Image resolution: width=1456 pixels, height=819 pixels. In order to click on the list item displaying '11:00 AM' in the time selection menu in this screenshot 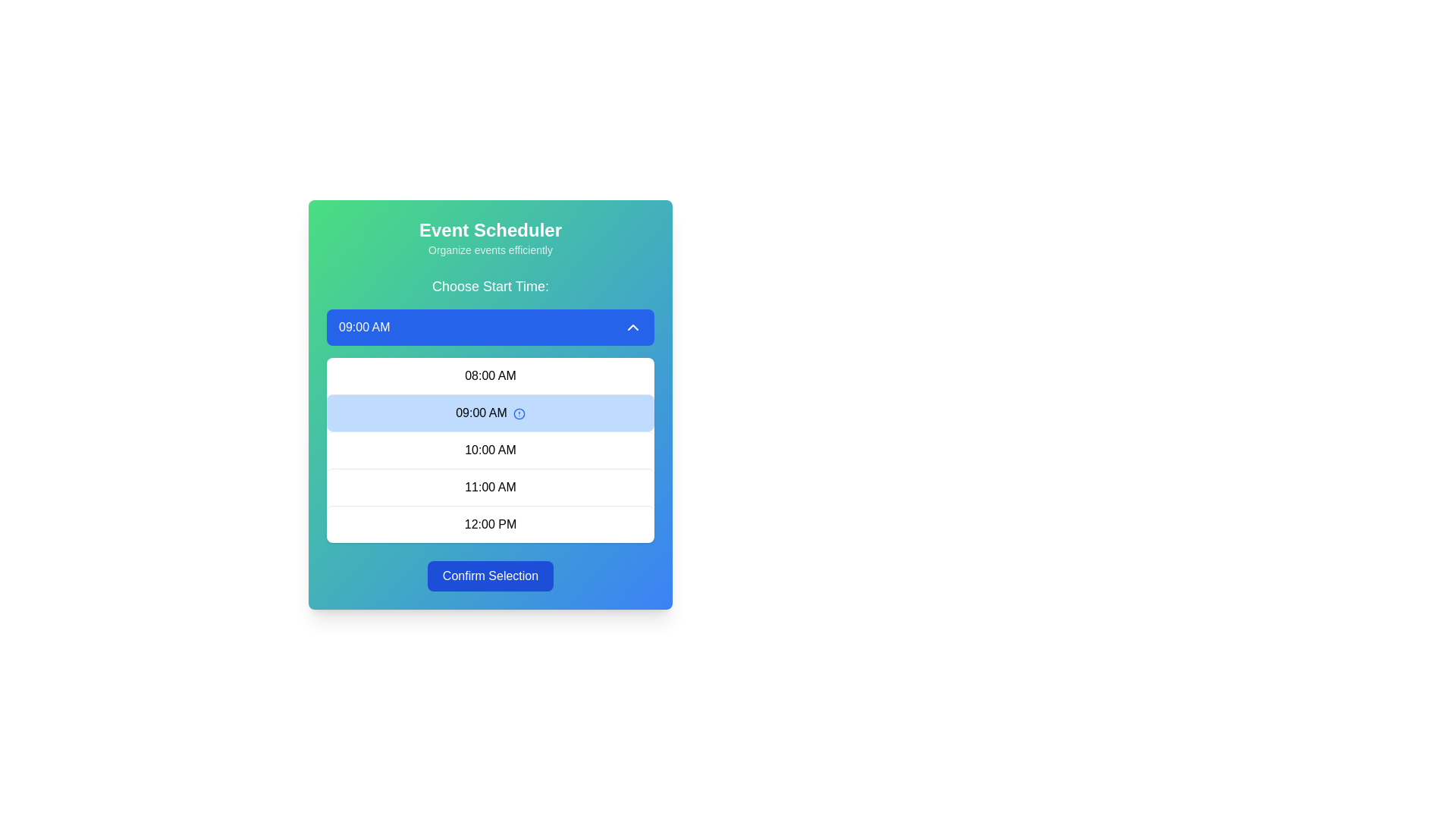, I will do `click(491, 487)`.